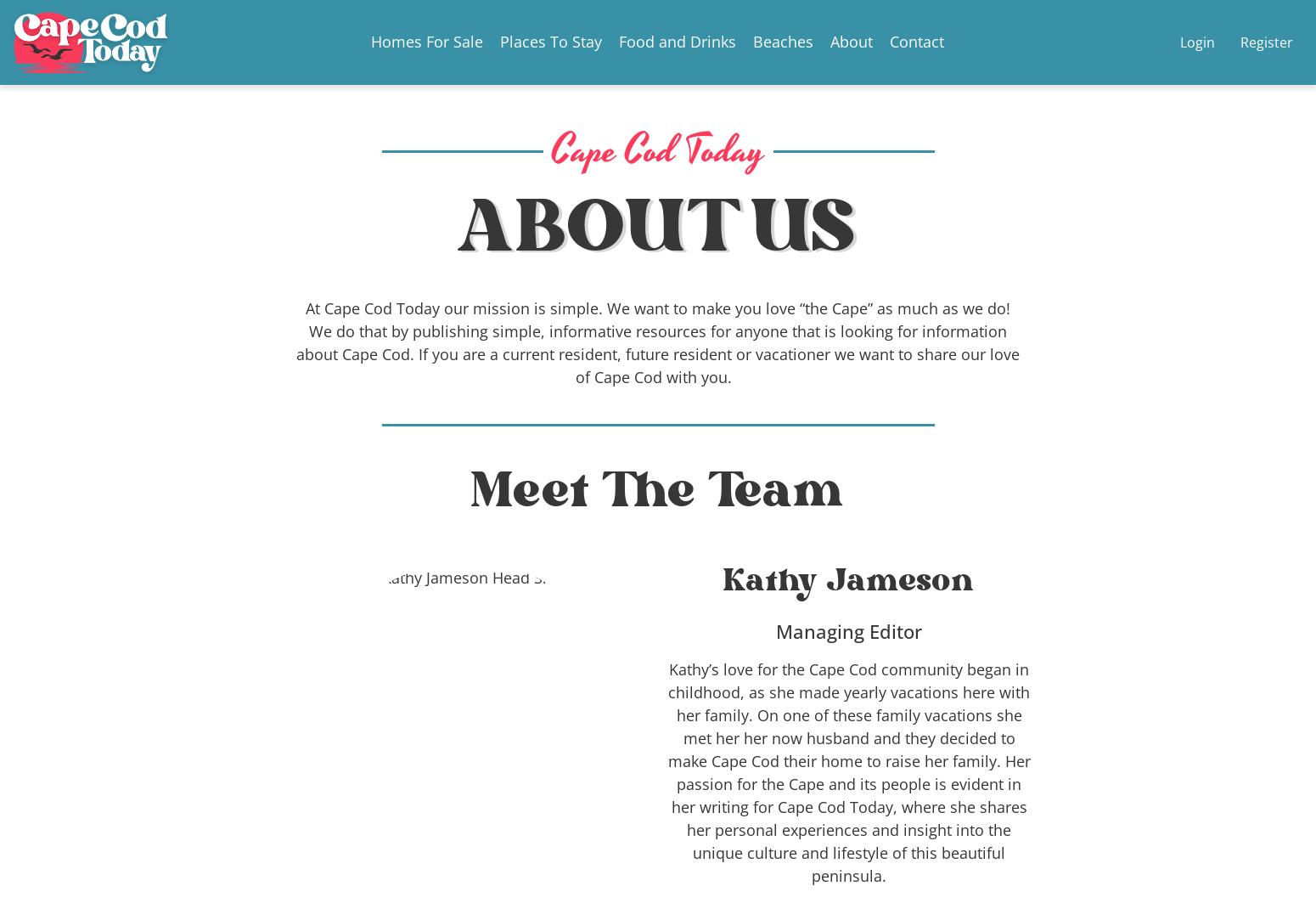  What do you see at coordinates (251, 624) in the screenshot?
I see `'21 Best Things To Do In Falmouth Right Now (Local Secrets Revealed)'` at bounding box center [251, 624].